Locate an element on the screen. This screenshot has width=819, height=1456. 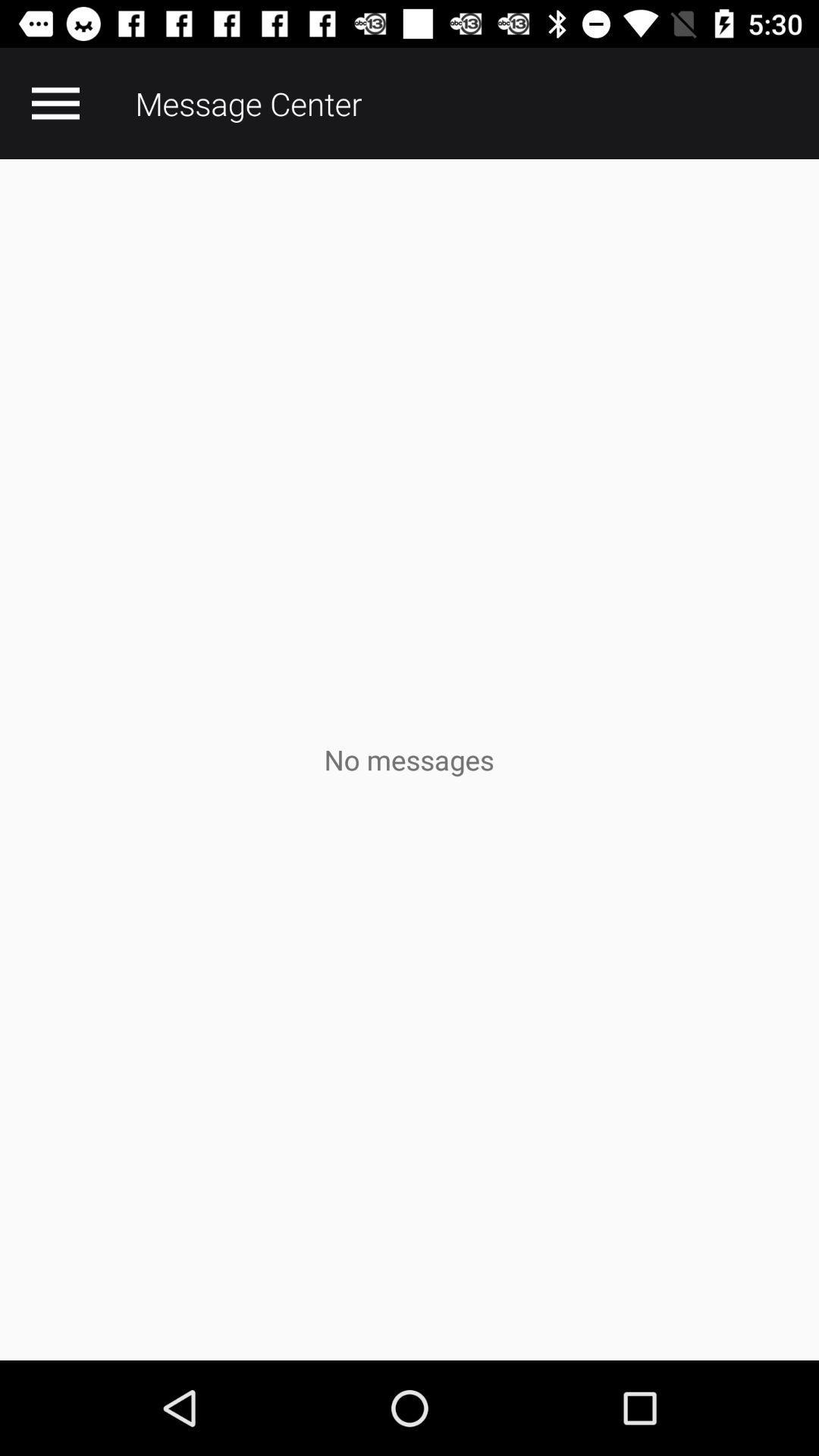
settings is located at coordinates (55, 102).